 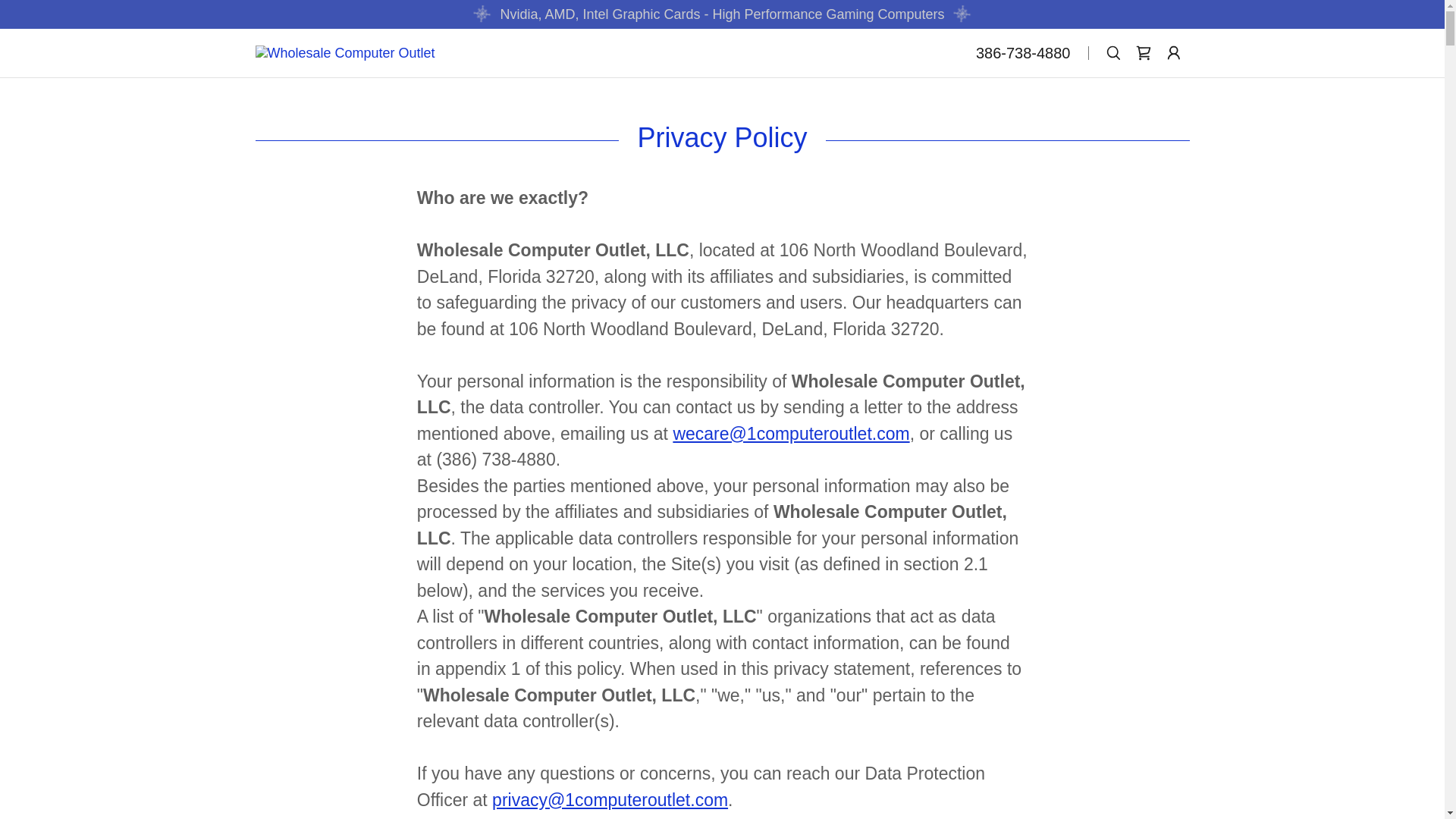 I want to click on '386-738-4880', so click(x=1023, y=52).